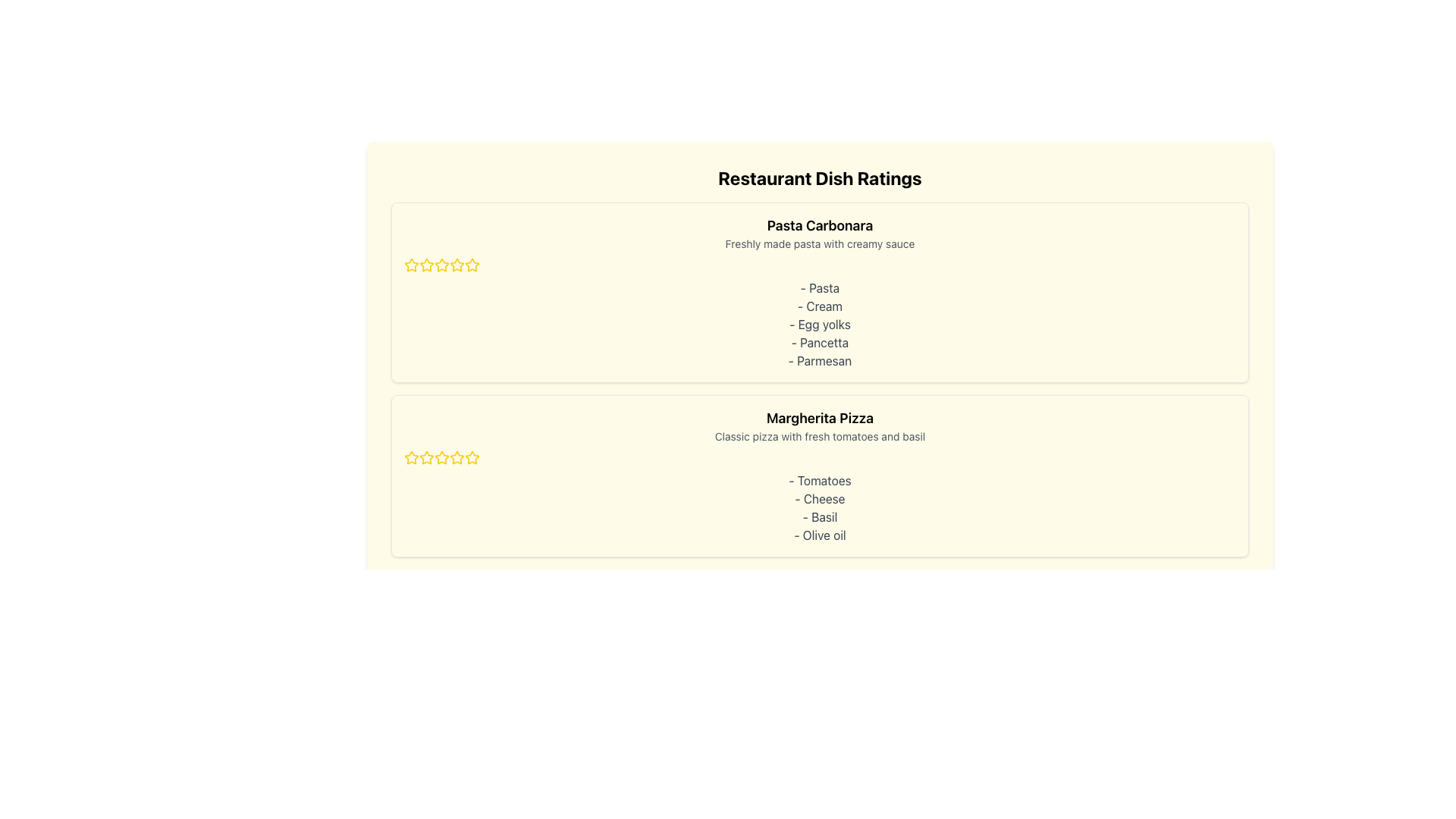  What do you see at coordinates (819, 288) in the screenshot?
I see `text of the first item in the bulleted list under the title 'Pasta Carbonara', which displays '- Pasta'` at bounding box center [819, 288].